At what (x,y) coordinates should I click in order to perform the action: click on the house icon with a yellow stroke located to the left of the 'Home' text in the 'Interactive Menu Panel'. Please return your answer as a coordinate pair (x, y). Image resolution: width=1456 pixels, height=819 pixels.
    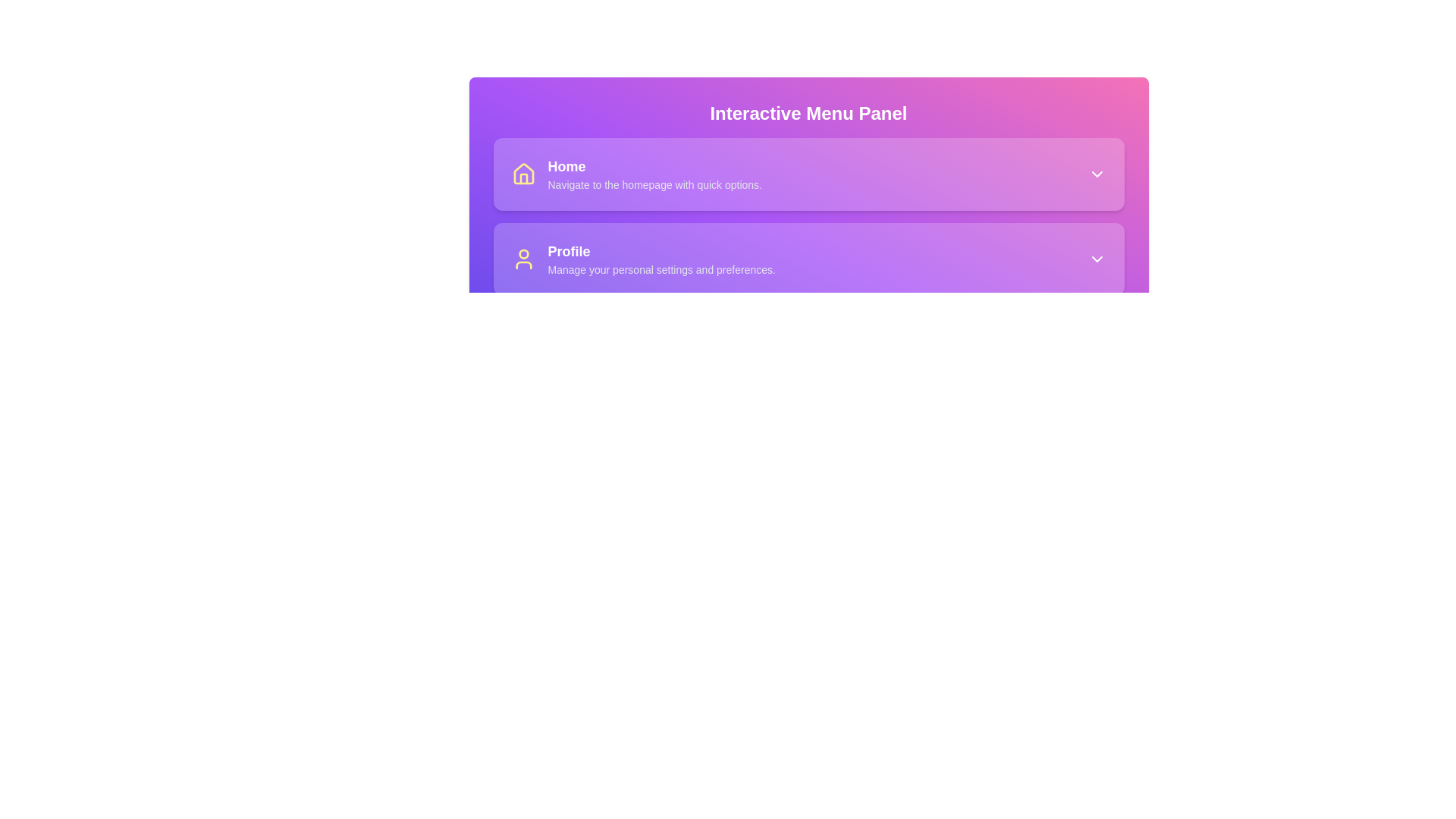
    Looking at the image, I should click on (523, 174).